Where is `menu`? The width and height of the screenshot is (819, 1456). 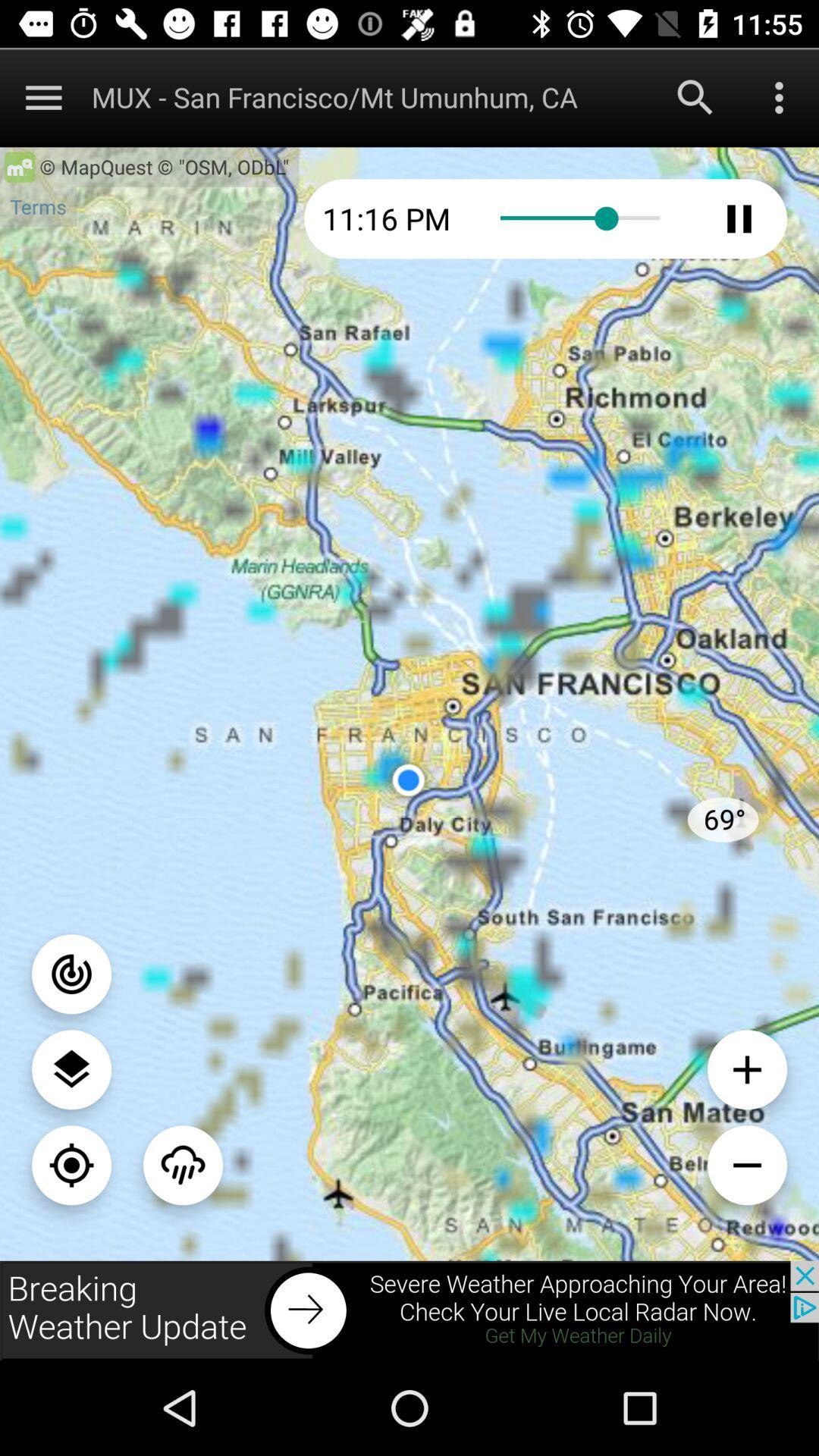
menu is located at coordinates (779, 96).